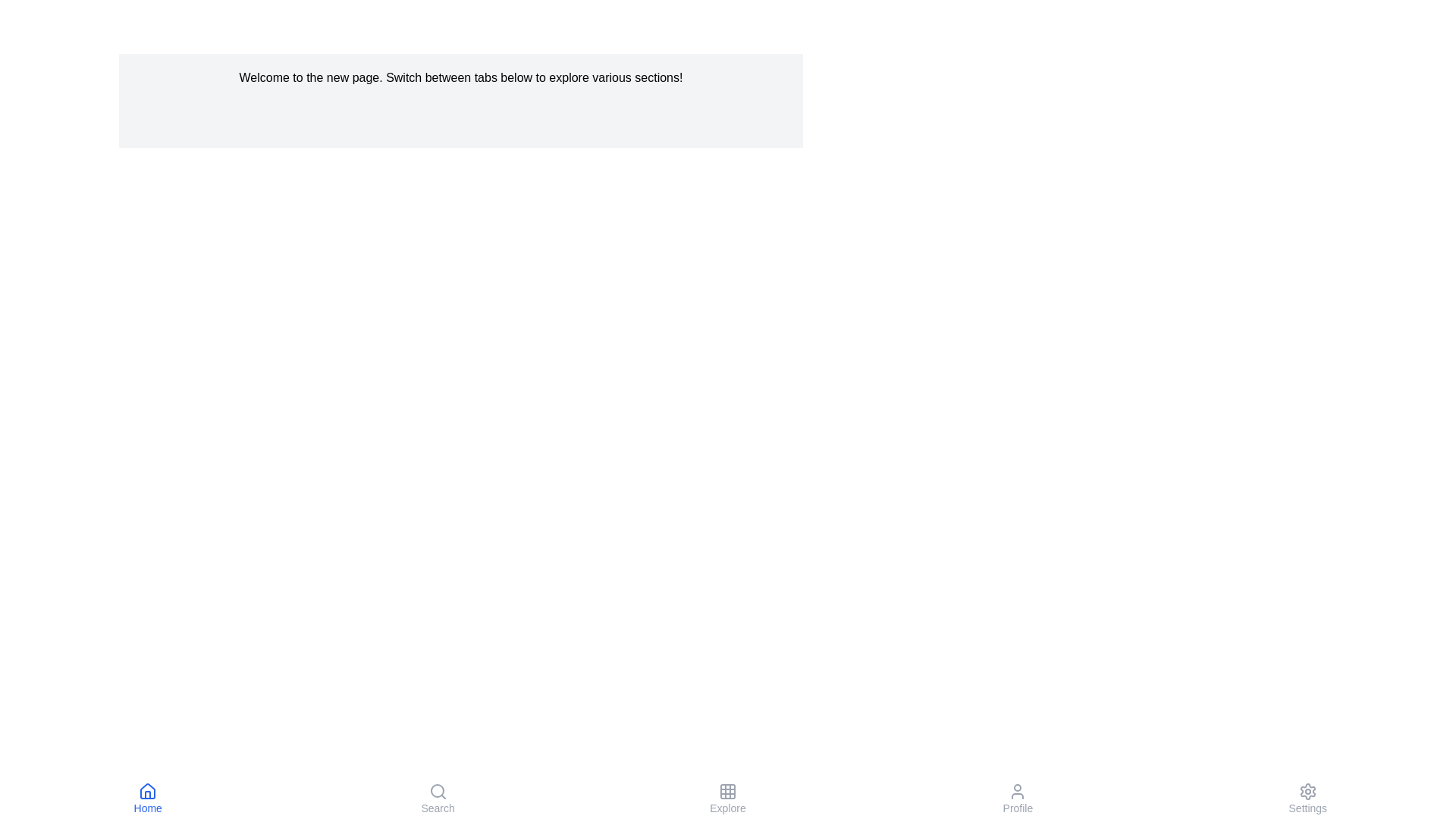 This screenshot has width=1456, height=819. What do you see at coordinates (1307, 791) in the screenshot?
I see `the 'Settings' icon located at the far right of the bottom navigation bar` at bounding box center [1307, 791].